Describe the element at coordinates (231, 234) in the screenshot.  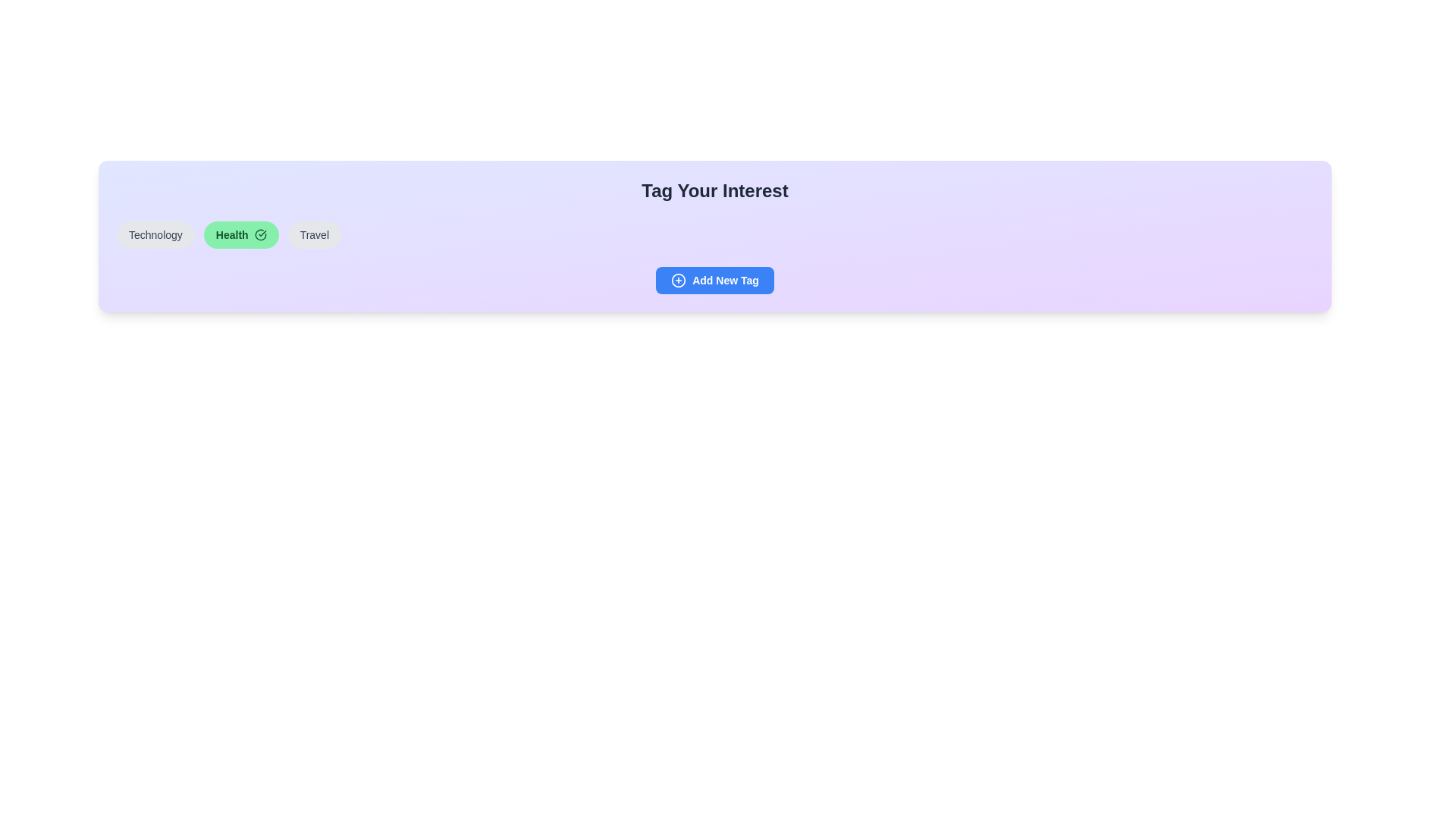
I see `displayed text of the 'Health' label, which is a bold, green text tag located between 'Technology' and 'Travel' tags` at that location.